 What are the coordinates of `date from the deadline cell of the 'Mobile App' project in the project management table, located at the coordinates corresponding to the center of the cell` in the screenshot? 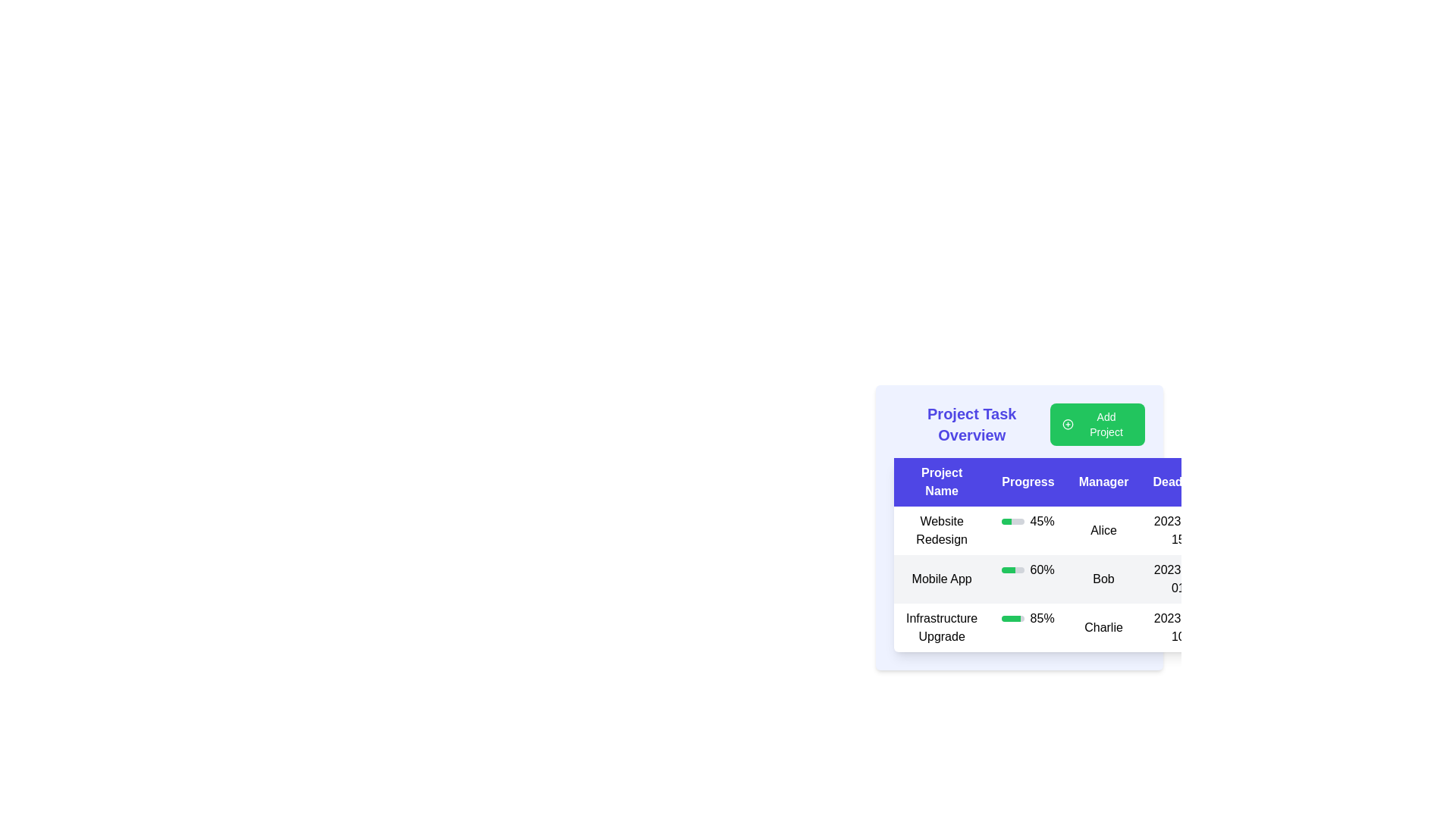 It's located at (1177, 579).